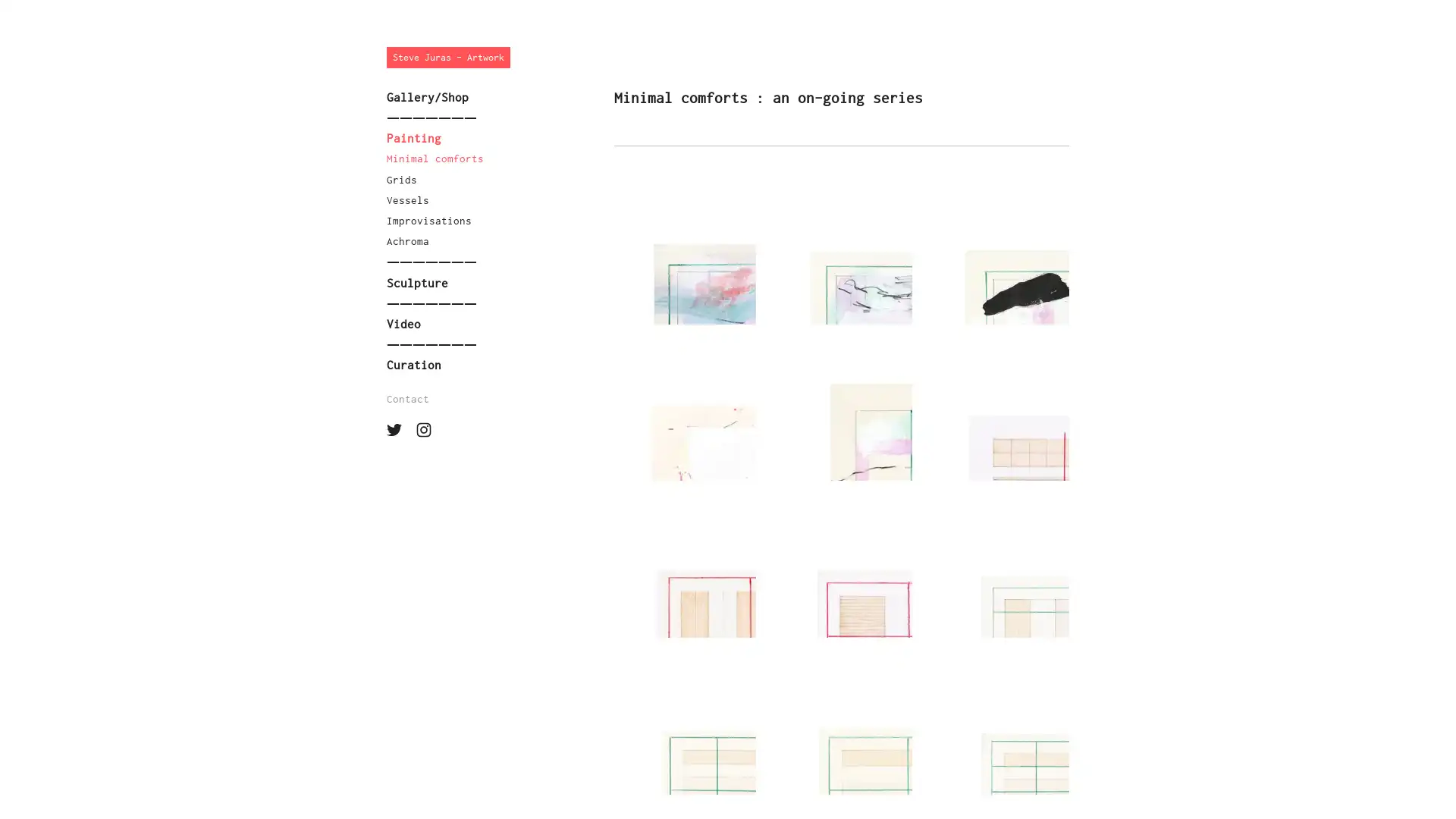 This screenshot has height=819, width=1456. I want to click on View fullsize Gut feeling (04), so click(683, 423).